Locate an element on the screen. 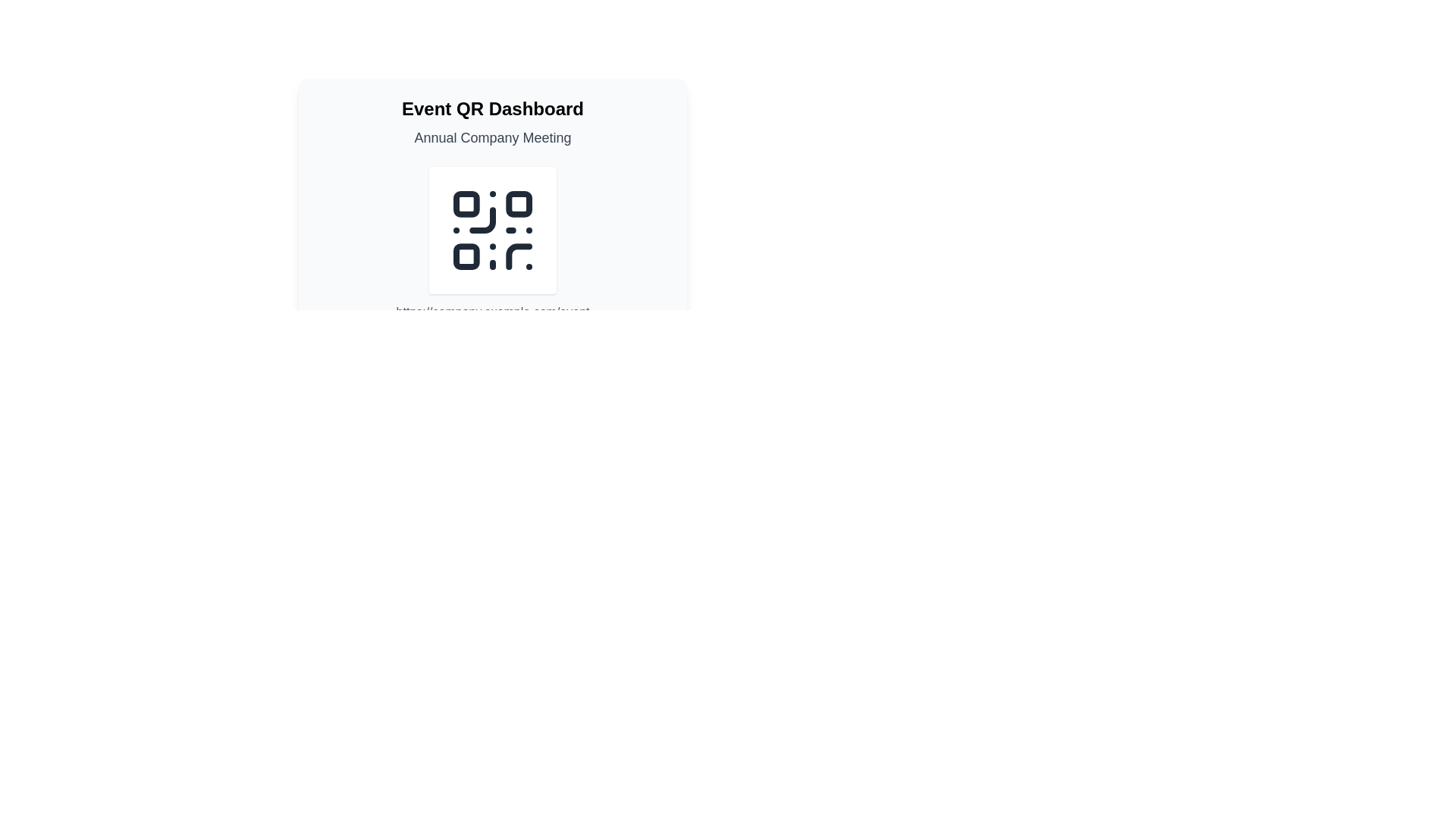 This screenshot has width=1456, height=819. the Text display (Header) element that serves as the primary header above the subtitle 'Annual Company Meeting' is located at coordinates (492, 108).